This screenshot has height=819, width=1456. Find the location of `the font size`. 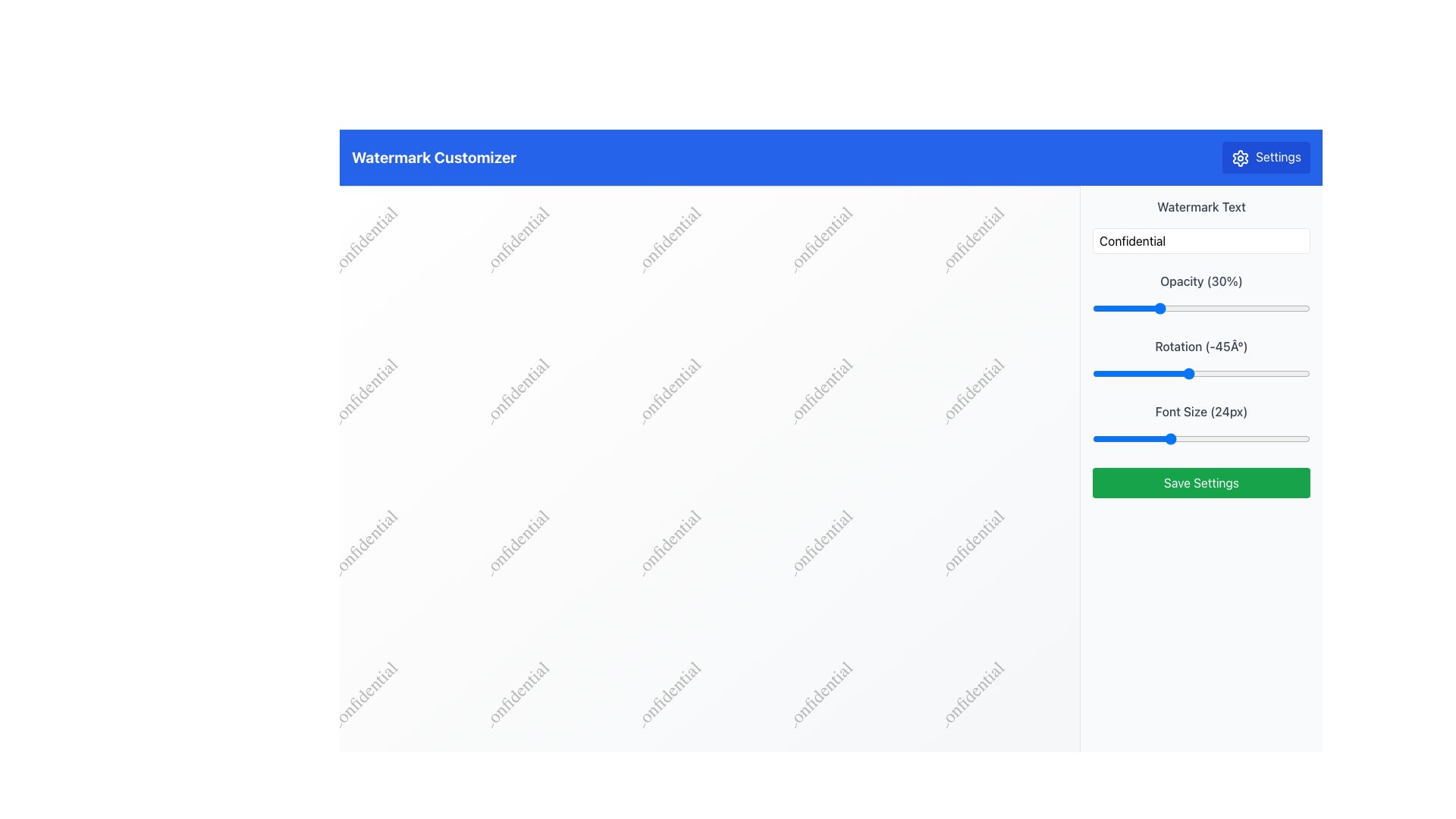

the font size is located at coordinates (1239, 438).